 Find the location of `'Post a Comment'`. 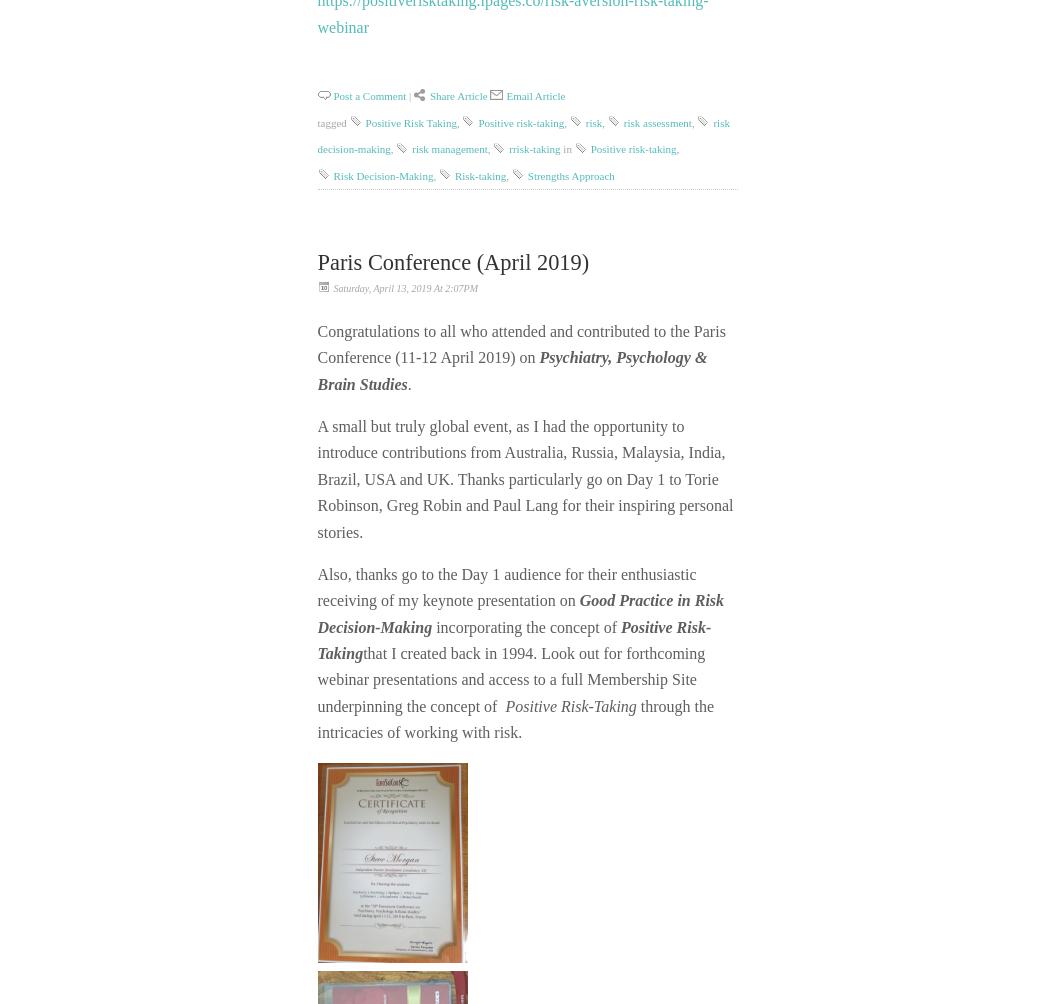

'Post a Comment' is located at coordinates (369, 95).